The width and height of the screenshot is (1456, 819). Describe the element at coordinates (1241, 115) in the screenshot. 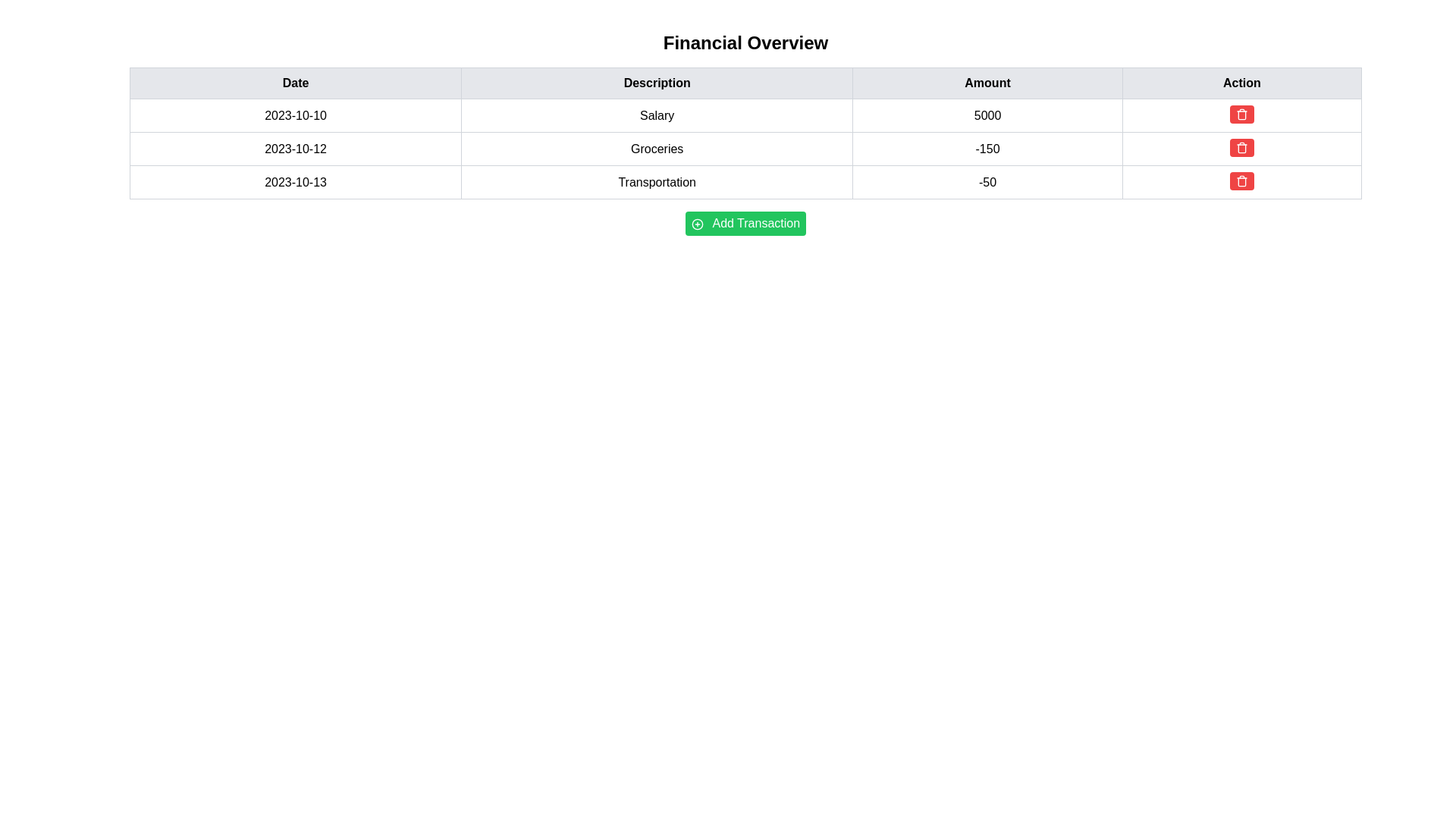

I see `the red button with a trash icon in the 'Action' column of the 'Salary' row` at that location.